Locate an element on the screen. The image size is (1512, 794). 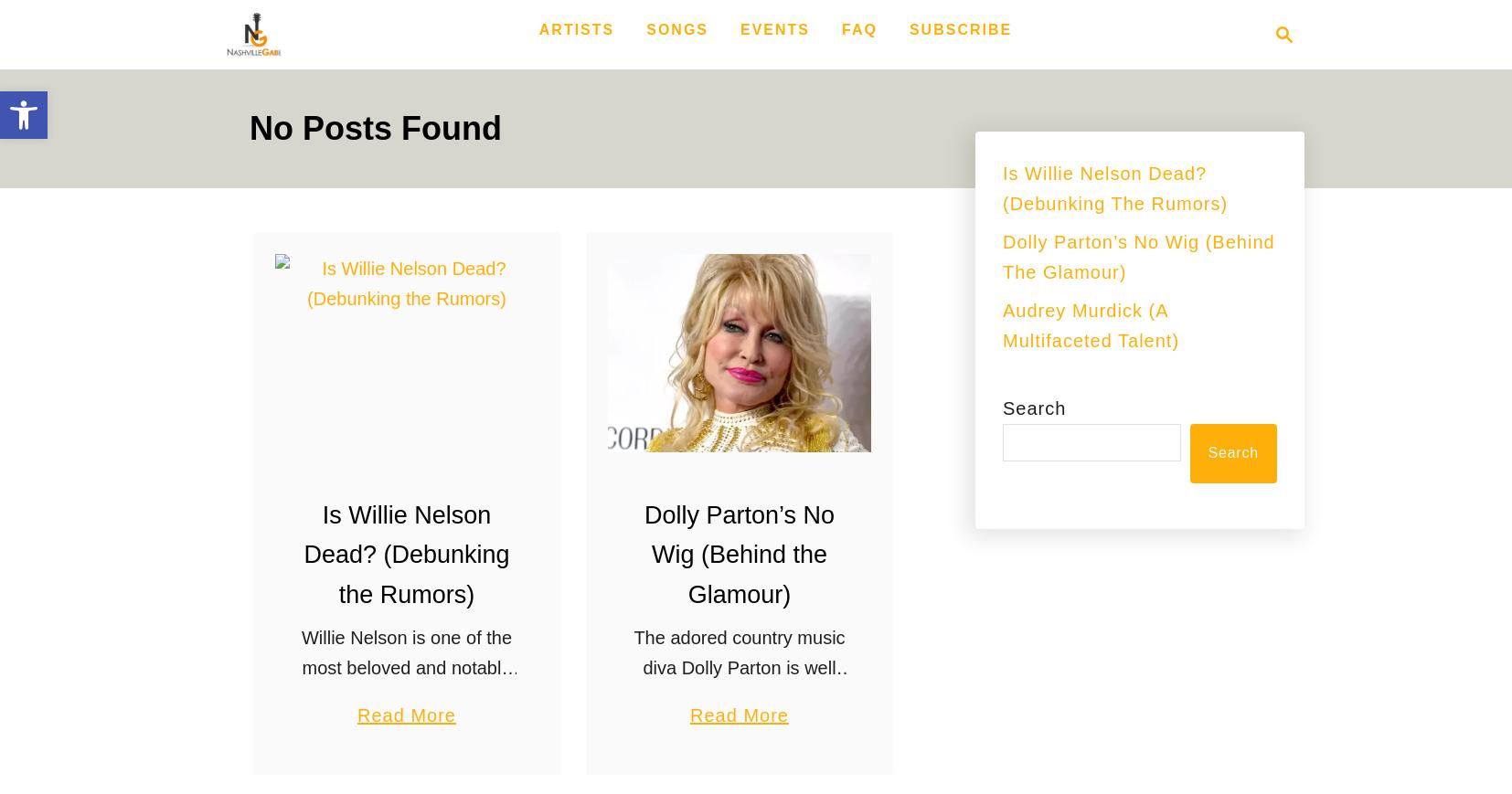
'No Posts Found' is located at coordinates (374, 127).